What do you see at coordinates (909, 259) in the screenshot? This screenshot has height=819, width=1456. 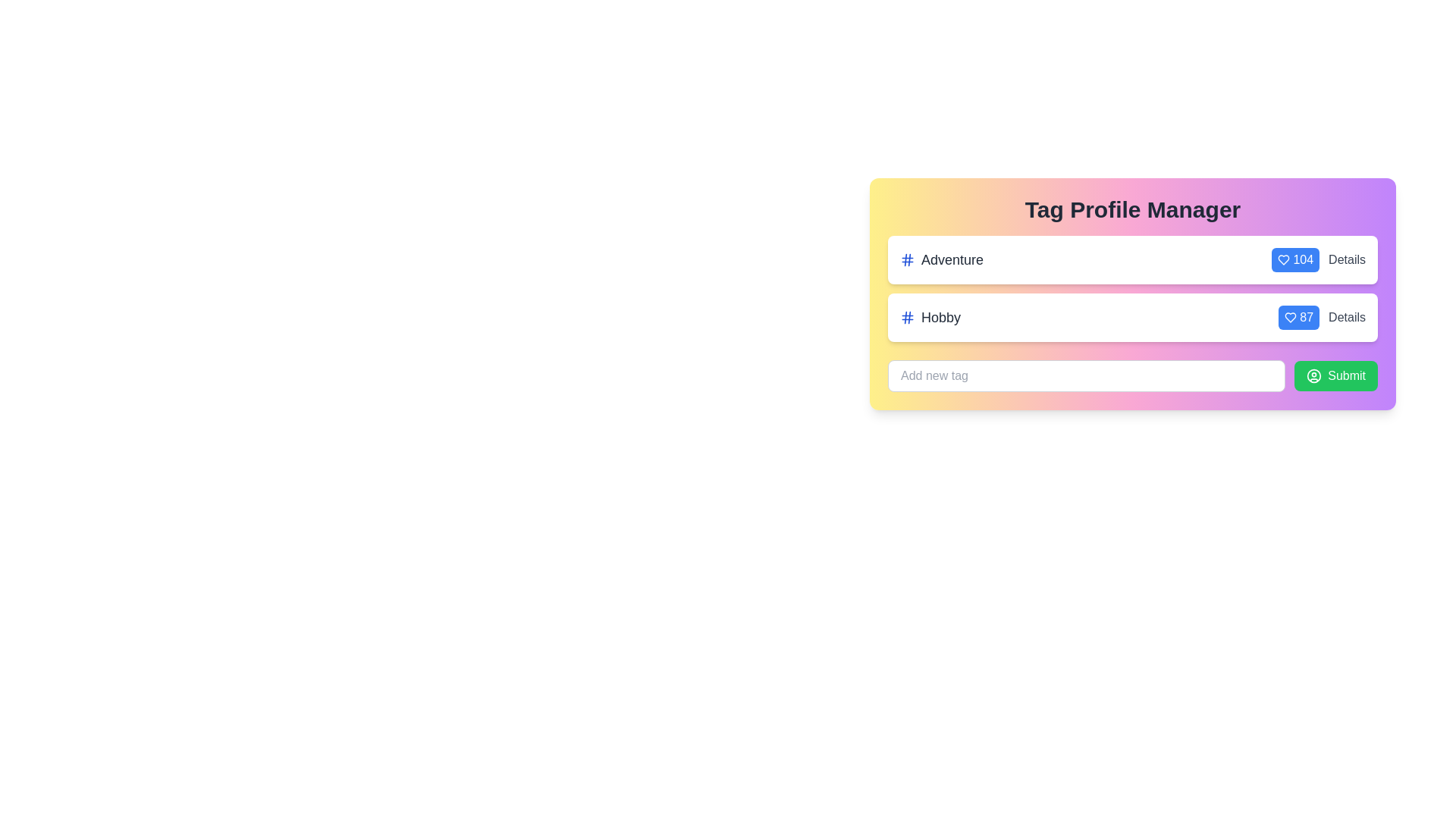 I see `the right diagonal line segment of the hash symbol element within the SVG graphic, which is defined by its blue stroke and part of the overall hash mark design` at bounding box center [909, 259].